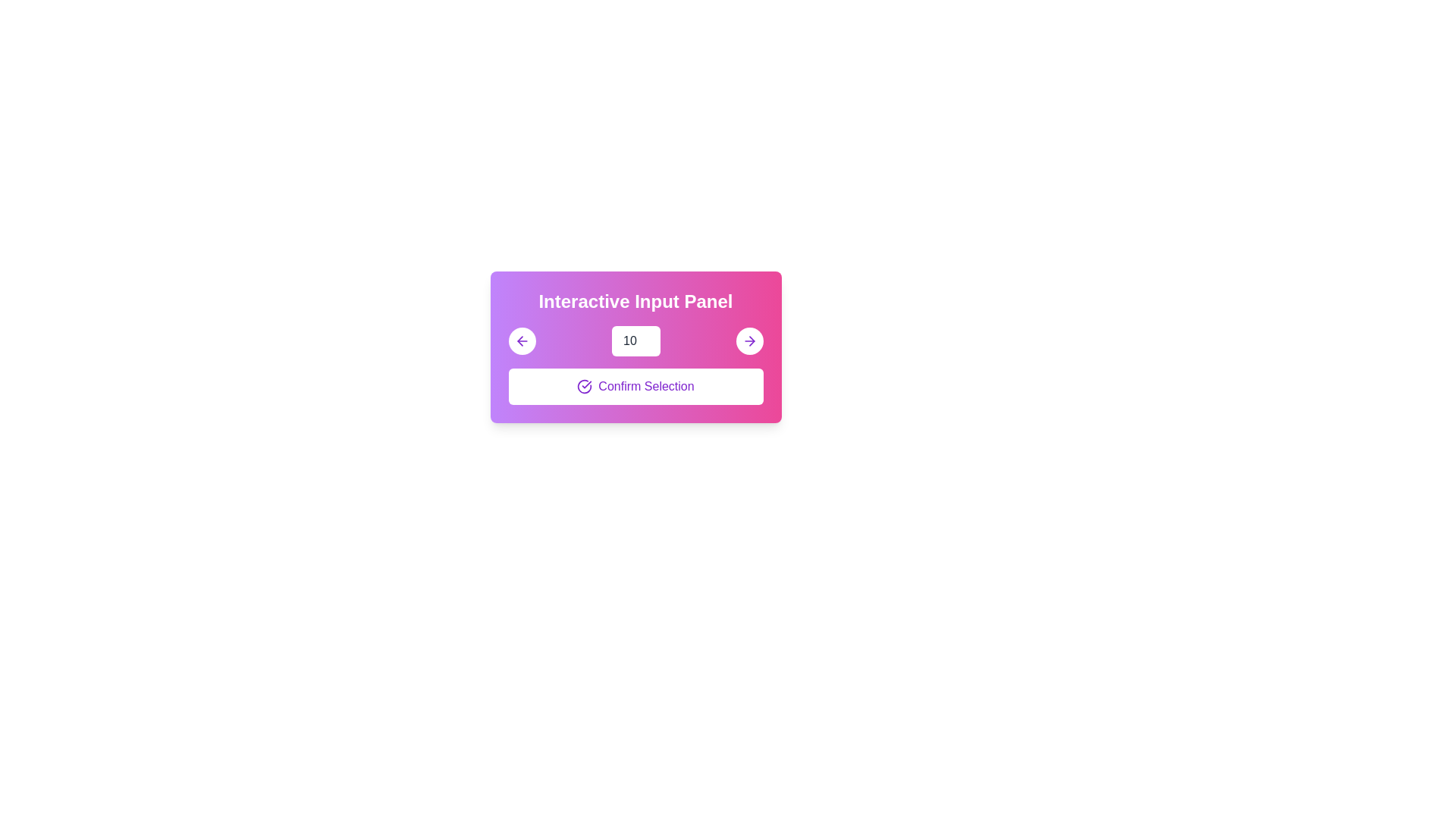  Describe the element at coordinates (635, 385) in the screenshot. I see `the 'Confirm Selection' button which has purple text on a white background and a circular checkmark icon` at that location.